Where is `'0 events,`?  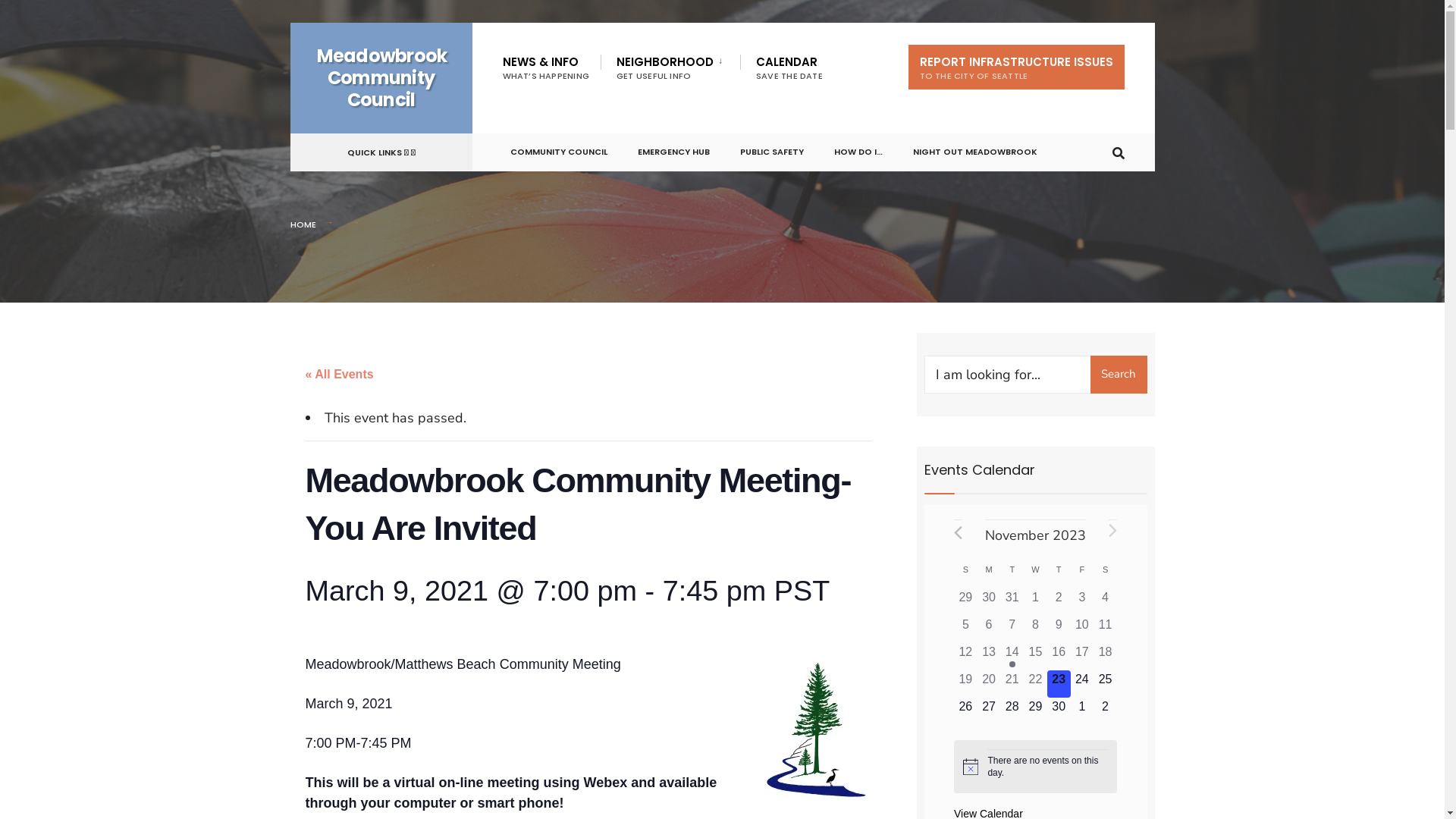 '0 events, is located at coordinates (1105, 629).